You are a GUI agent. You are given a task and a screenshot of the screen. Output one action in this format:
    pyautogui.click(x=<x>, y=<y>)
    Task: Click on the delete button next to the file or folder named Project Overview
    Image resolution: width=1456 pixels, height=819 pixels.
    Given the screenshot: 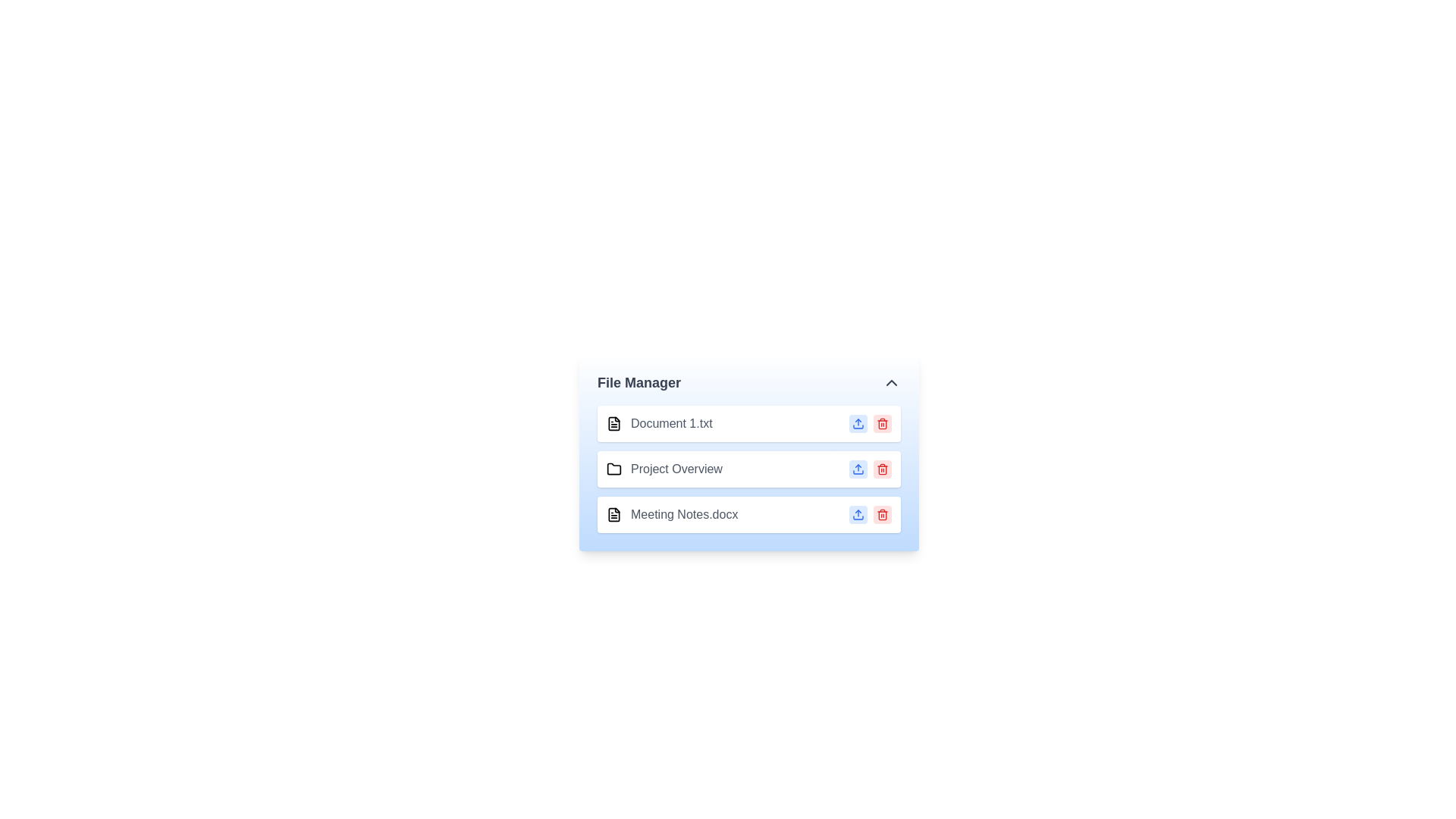 What is the action you would take?
    pyautogui.click(x=882, y=468)
    